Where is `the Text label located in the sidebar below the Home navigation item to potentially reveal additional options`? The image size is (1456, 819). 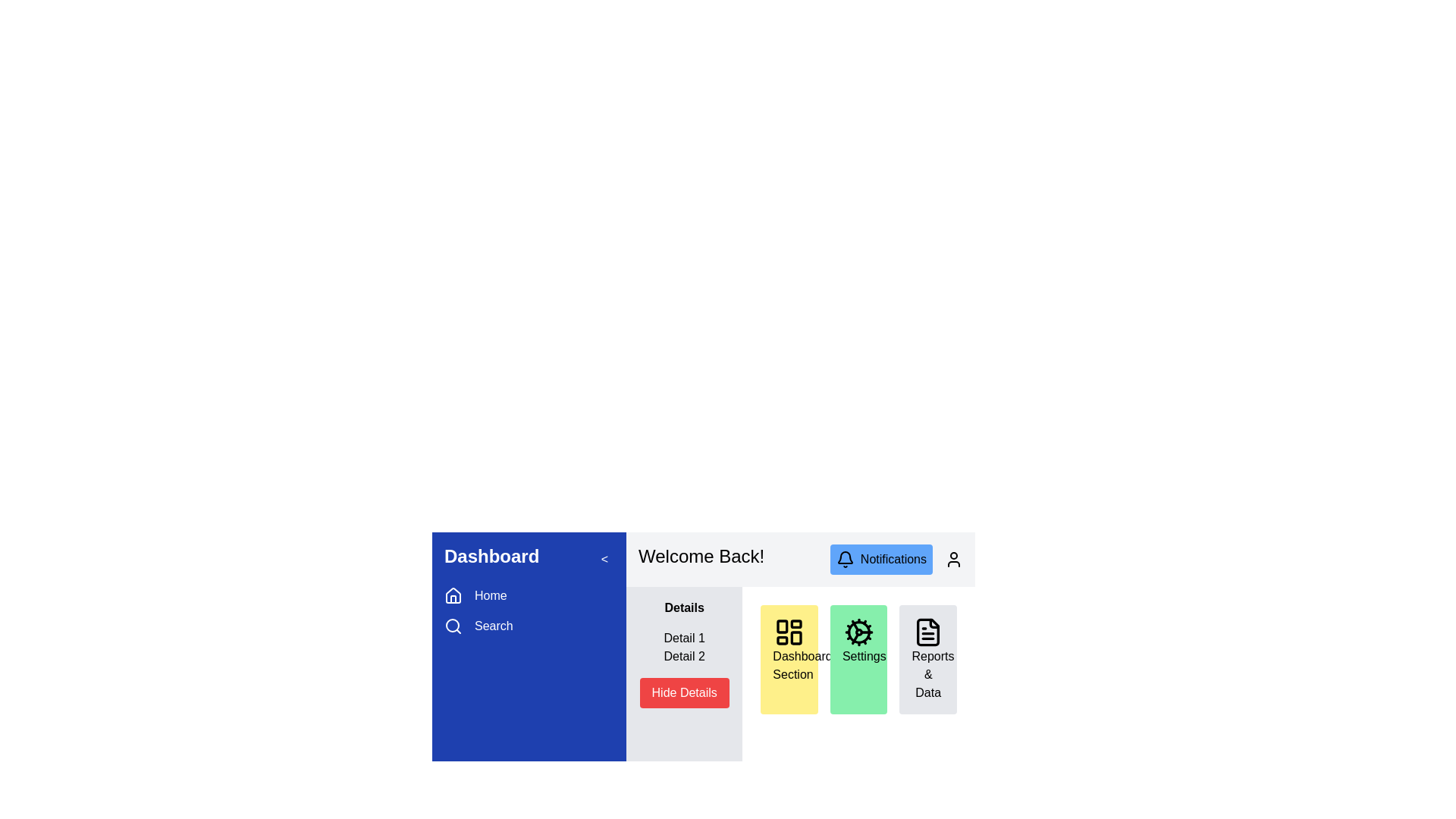
the Text label located in the sidebar below the Home navigation item to potentially reveal additional options is located at coordinates (494, 626).